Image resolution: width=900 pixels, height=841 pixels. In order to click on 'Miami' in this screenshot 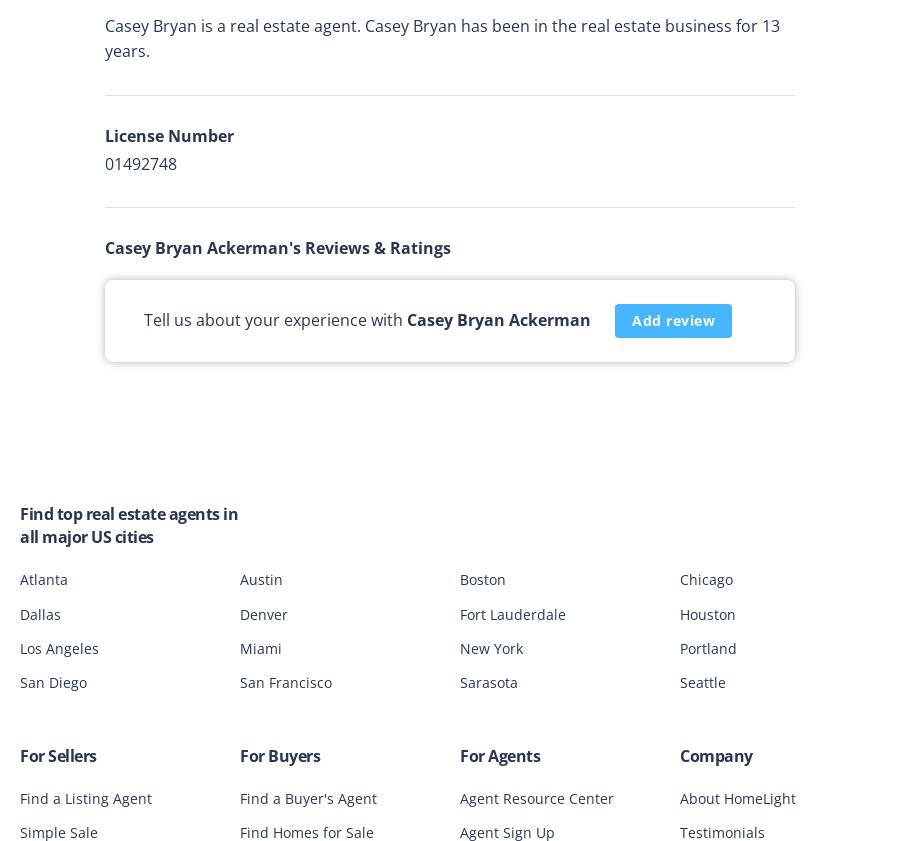, I will do `click(260, 647)`.